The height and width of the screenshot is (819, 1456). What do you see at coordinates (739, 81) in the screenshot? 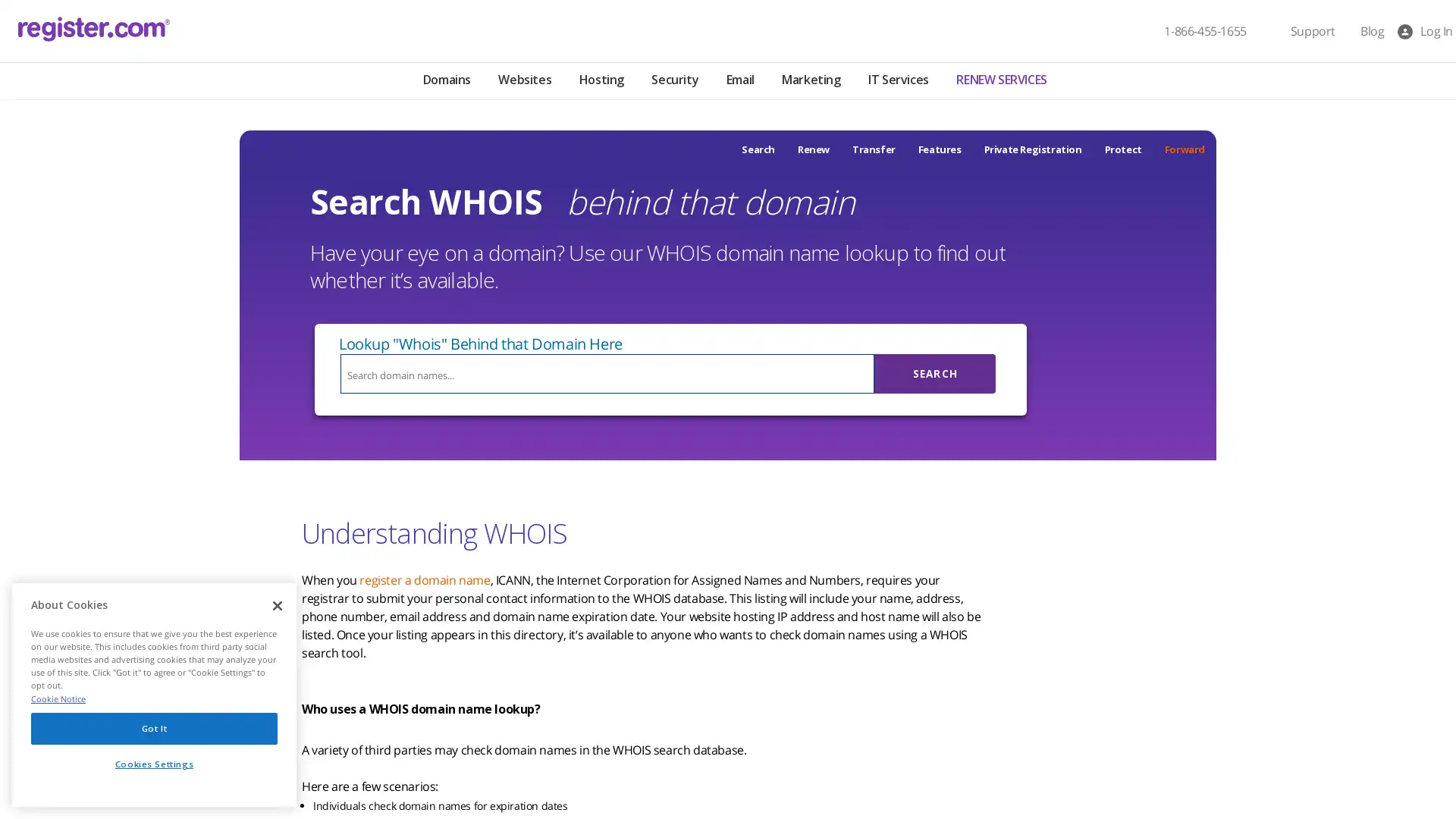
I see `Email` at bounding box center [739, 81].